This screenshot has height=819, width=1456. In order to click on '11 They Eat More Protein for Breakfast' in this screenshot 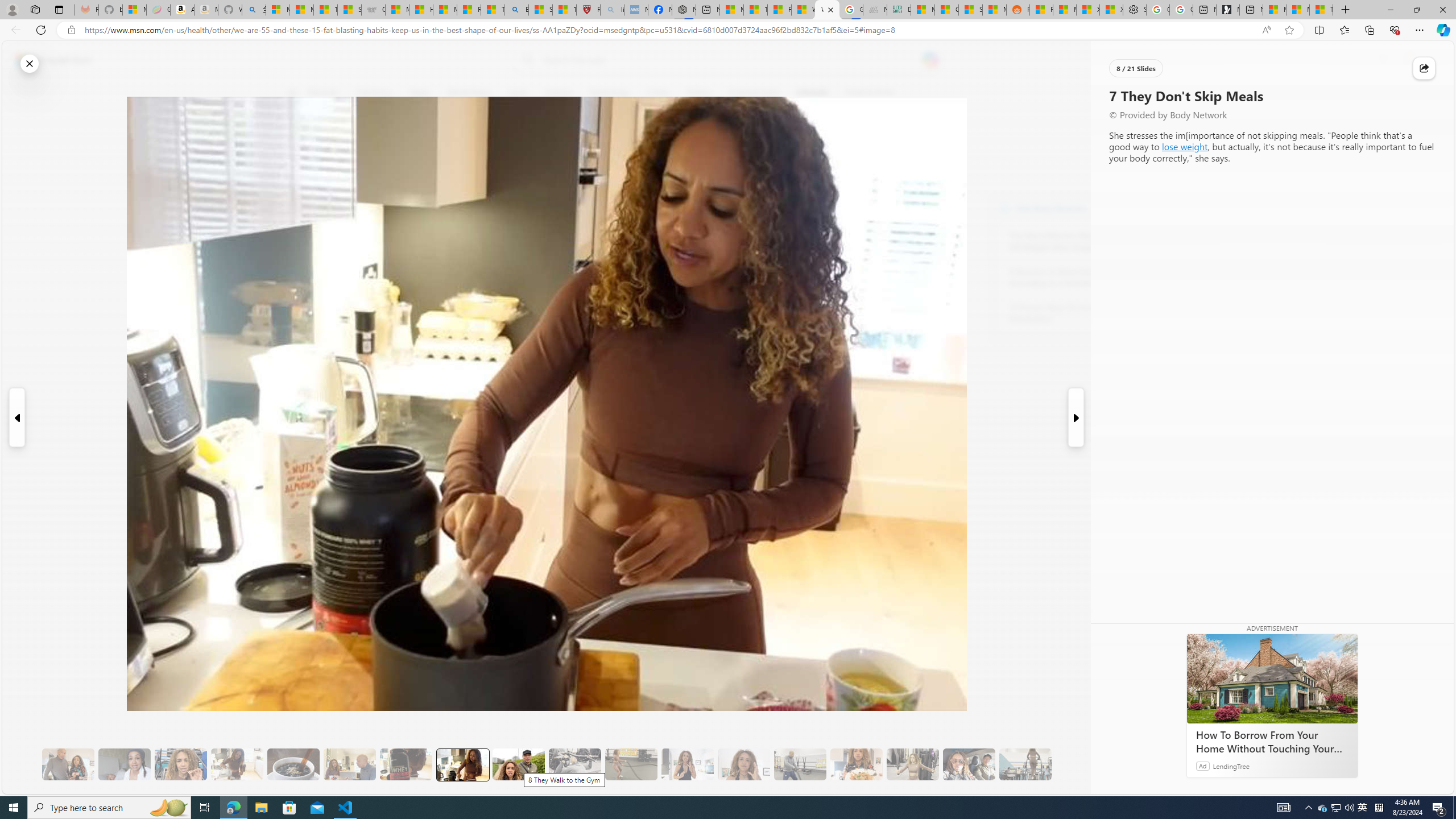, I will do `click(686, 764)`.